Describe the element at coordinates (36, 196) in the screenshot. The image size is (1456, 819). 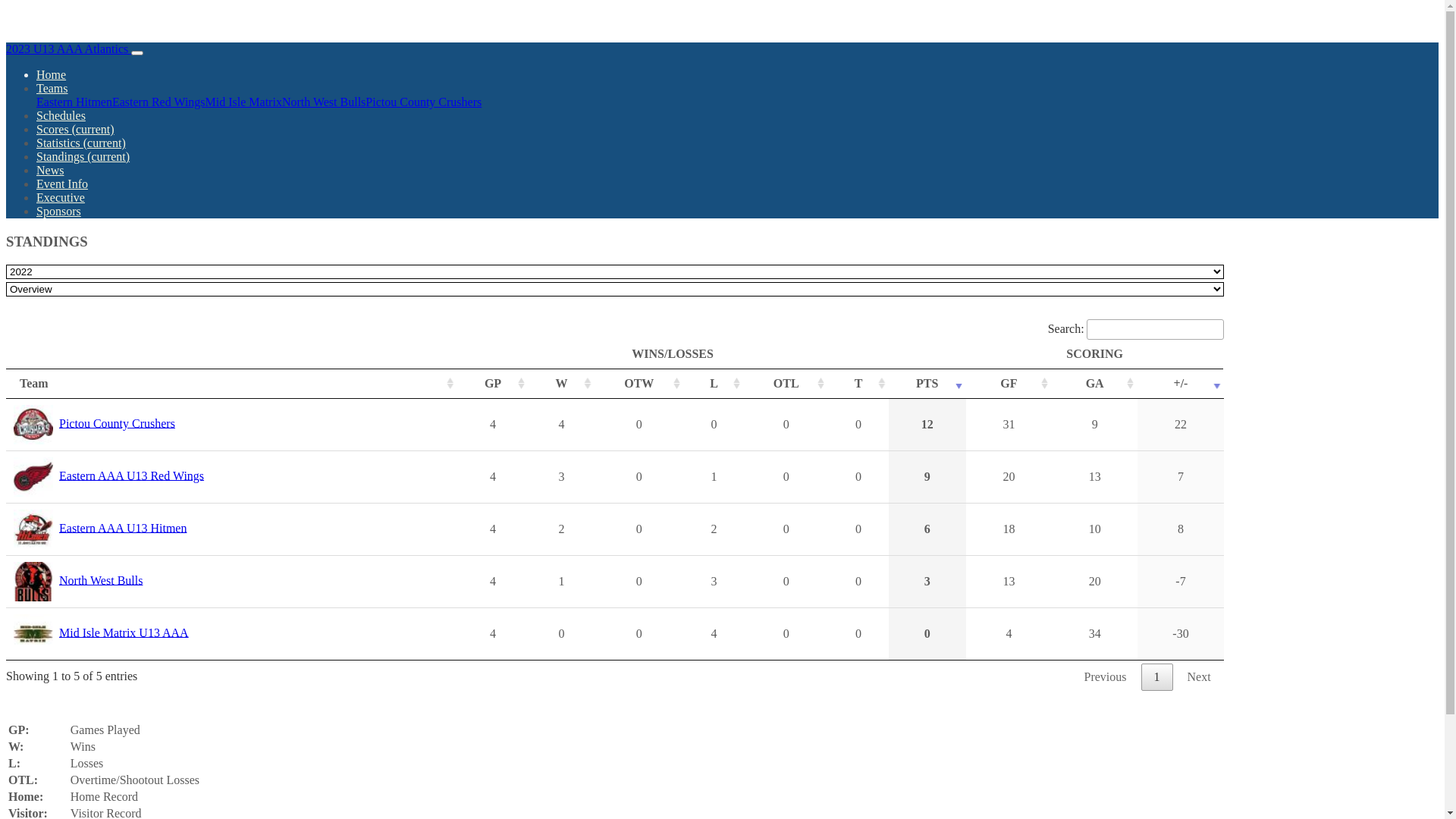
I see `'Executive'` at that location.